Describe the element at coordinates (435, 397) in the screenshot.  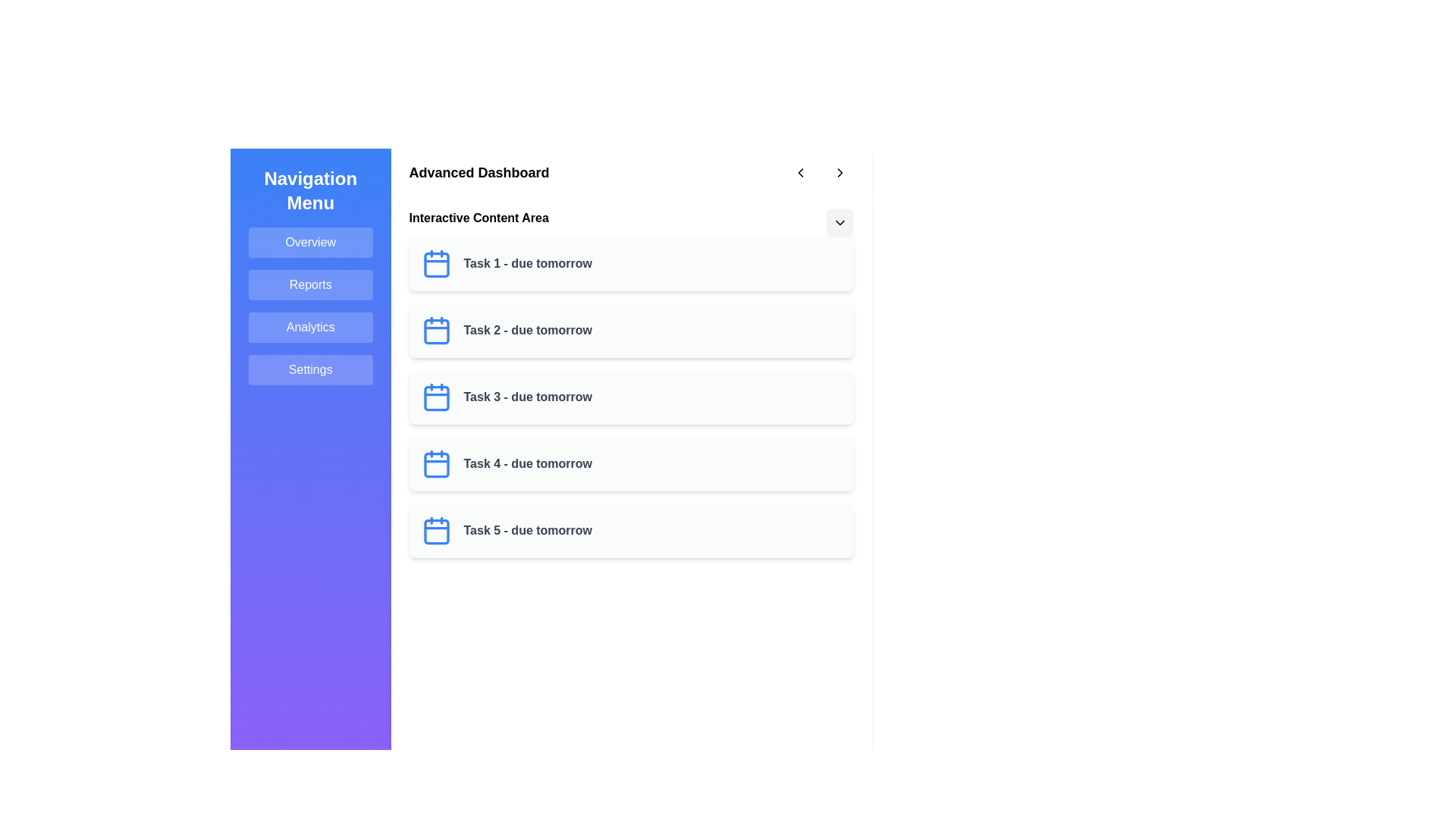
I see `the decorative shape that forms the main body of the calendar icon associated with Task 3 in the Interactive Content Area` at that location.